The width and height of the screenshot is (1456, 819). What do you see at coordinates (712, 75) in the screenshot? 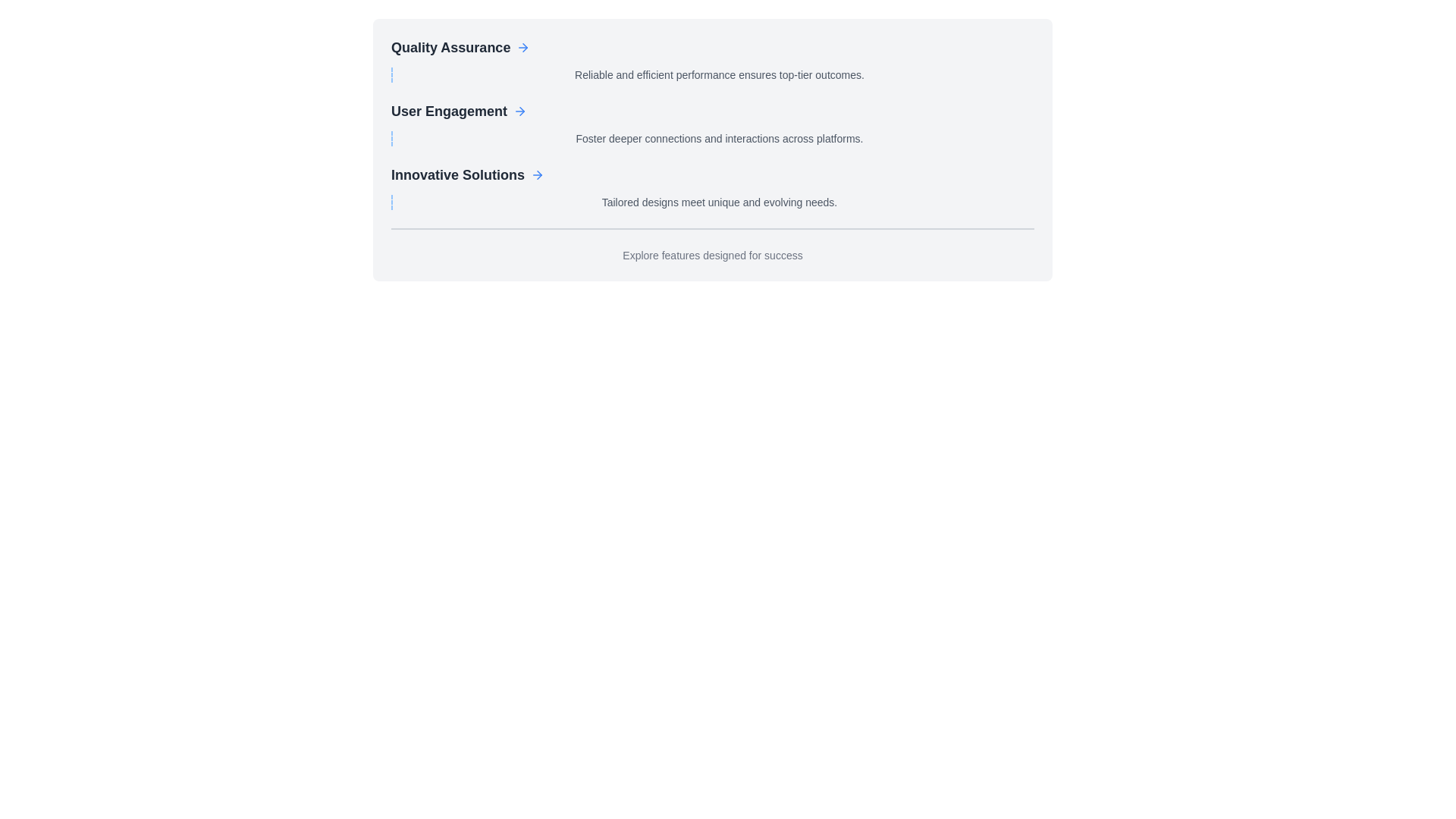
I see `the Text Label that provides descriptive text under the 'Quality Assurance' heading` at bounding box center [712, 75].